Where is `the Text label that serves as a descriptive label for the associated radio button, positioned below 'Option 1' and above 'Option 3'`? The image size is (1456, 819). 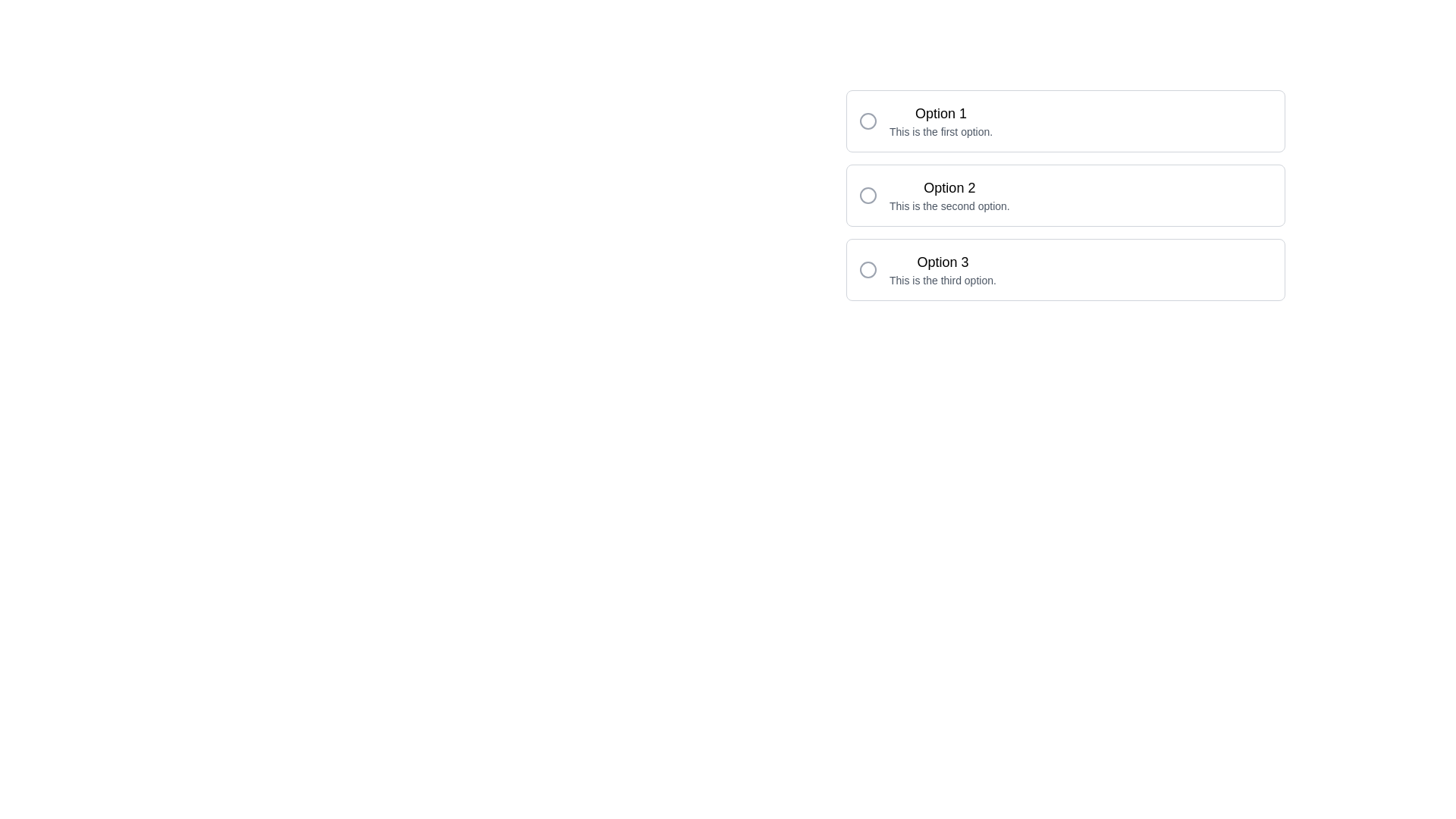
the Text label that serves as a descriptive label for the associated radio button, positioned below 'Option 1' and above 'Option 3' is located at coordinates (949, 187).